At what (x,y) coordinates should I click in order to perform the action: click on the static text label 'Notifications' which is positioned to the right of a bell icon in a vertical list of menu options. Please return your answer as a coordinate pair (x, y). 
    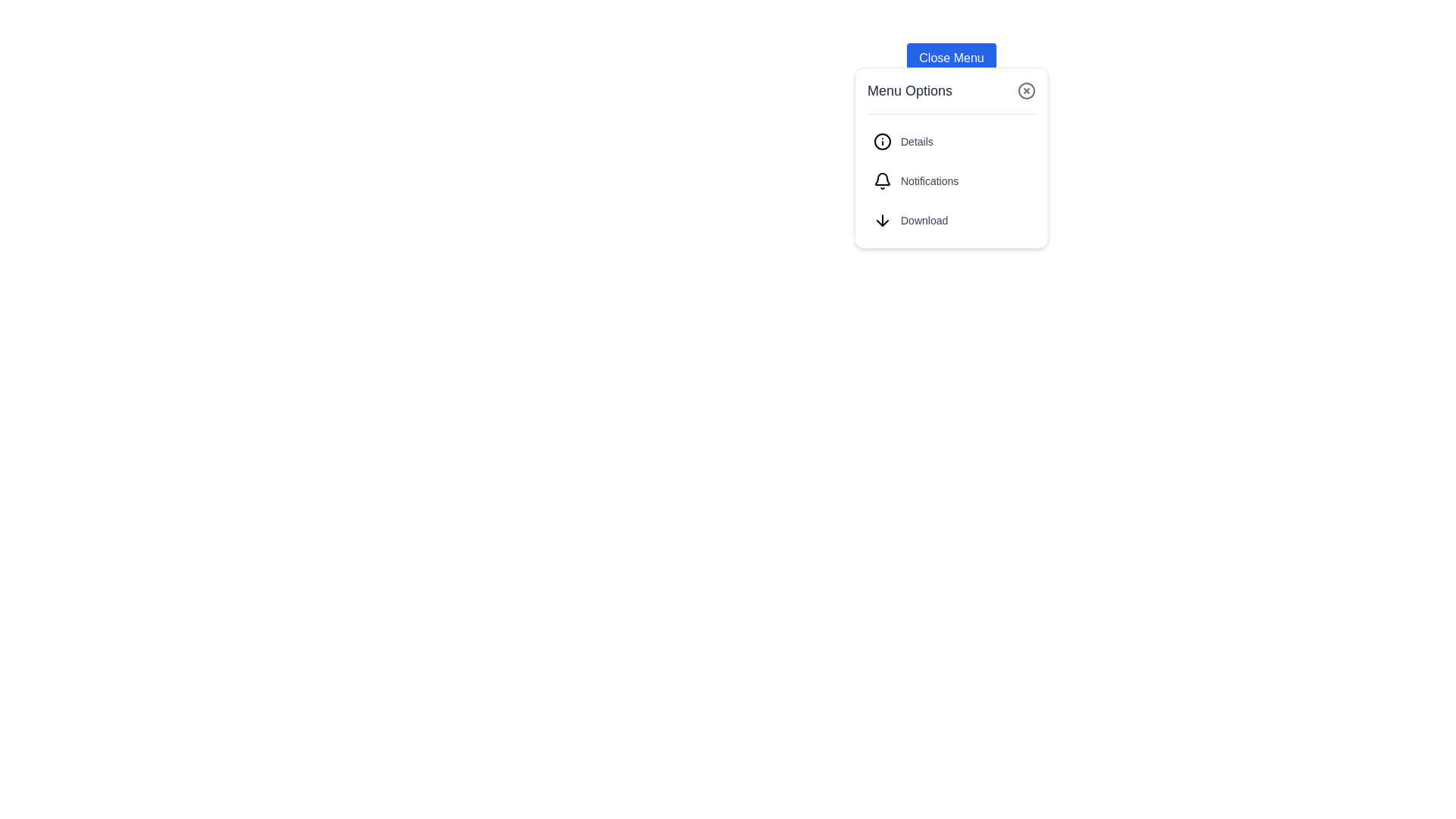
    Looking at the image, I should click on (929, 180).